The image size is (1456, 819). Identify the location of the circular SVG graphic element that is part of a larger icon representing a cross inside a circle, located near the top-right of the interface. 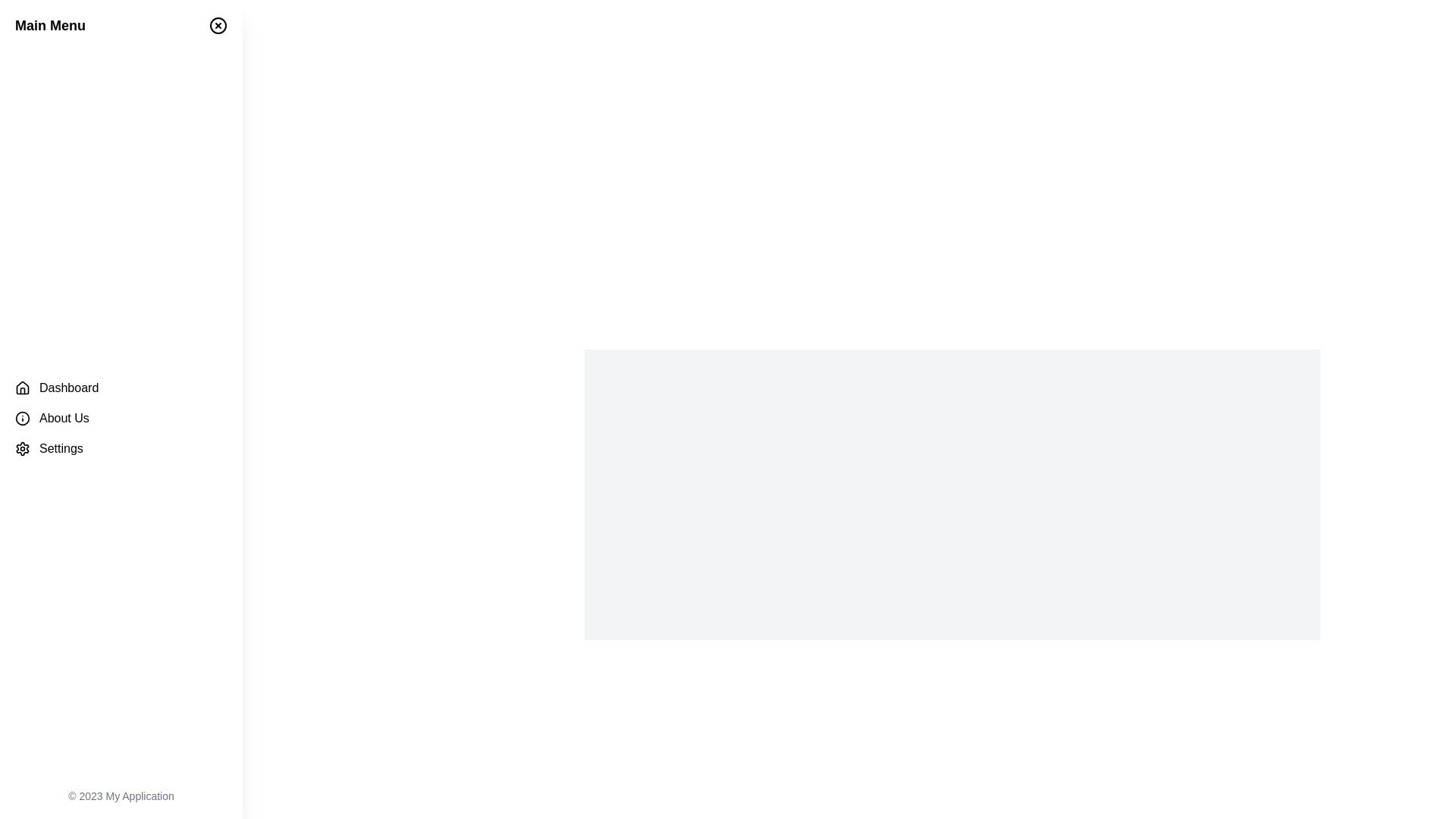
(218, 26).